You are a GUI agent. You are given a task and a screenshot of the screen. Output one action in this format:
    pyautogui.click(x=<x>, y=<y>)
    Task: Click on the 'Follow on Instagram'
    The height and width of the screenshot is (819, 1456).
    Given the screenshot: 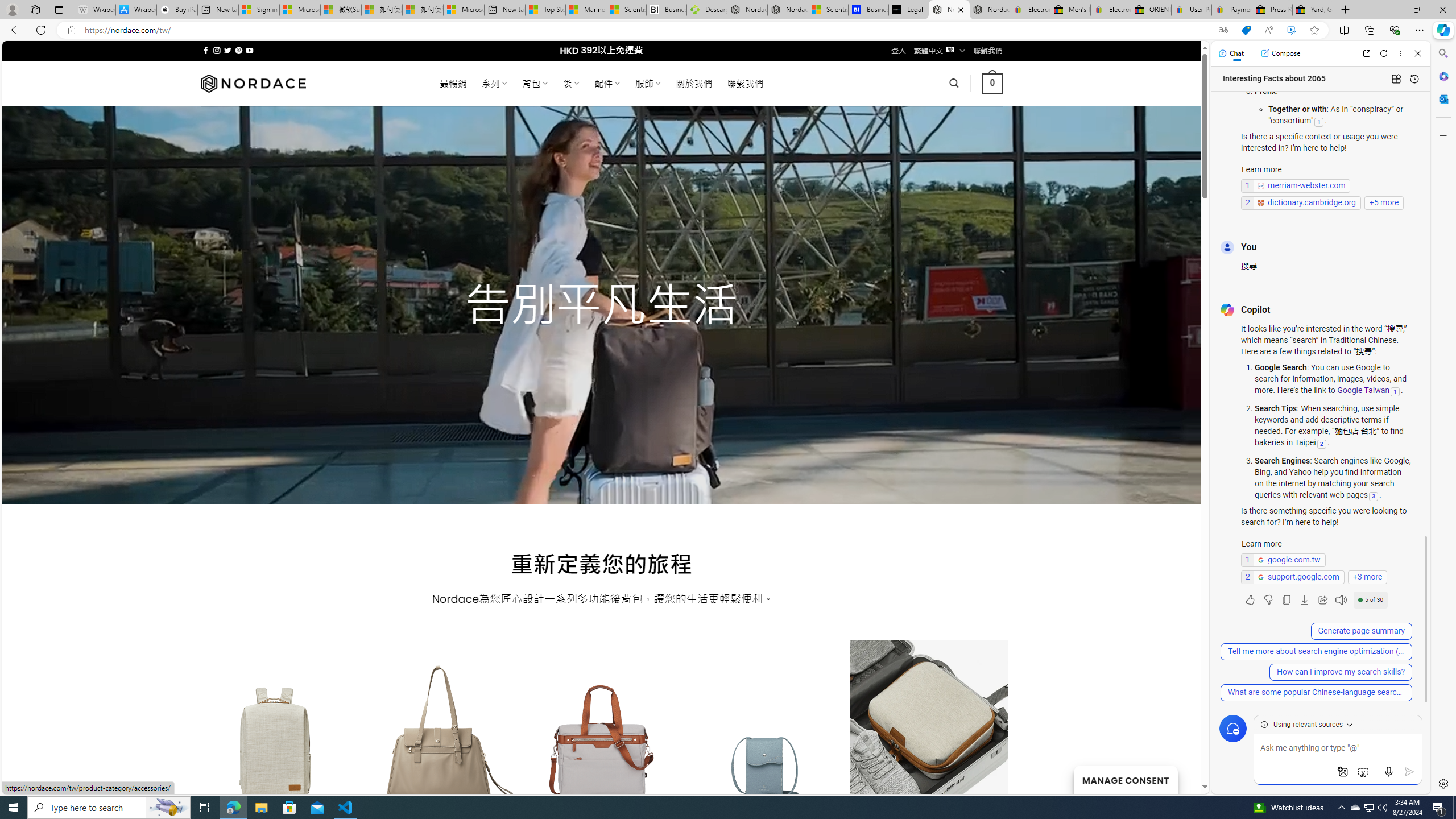 What is the action you would take?
    pyautogui.click(x=216, y=50)
    